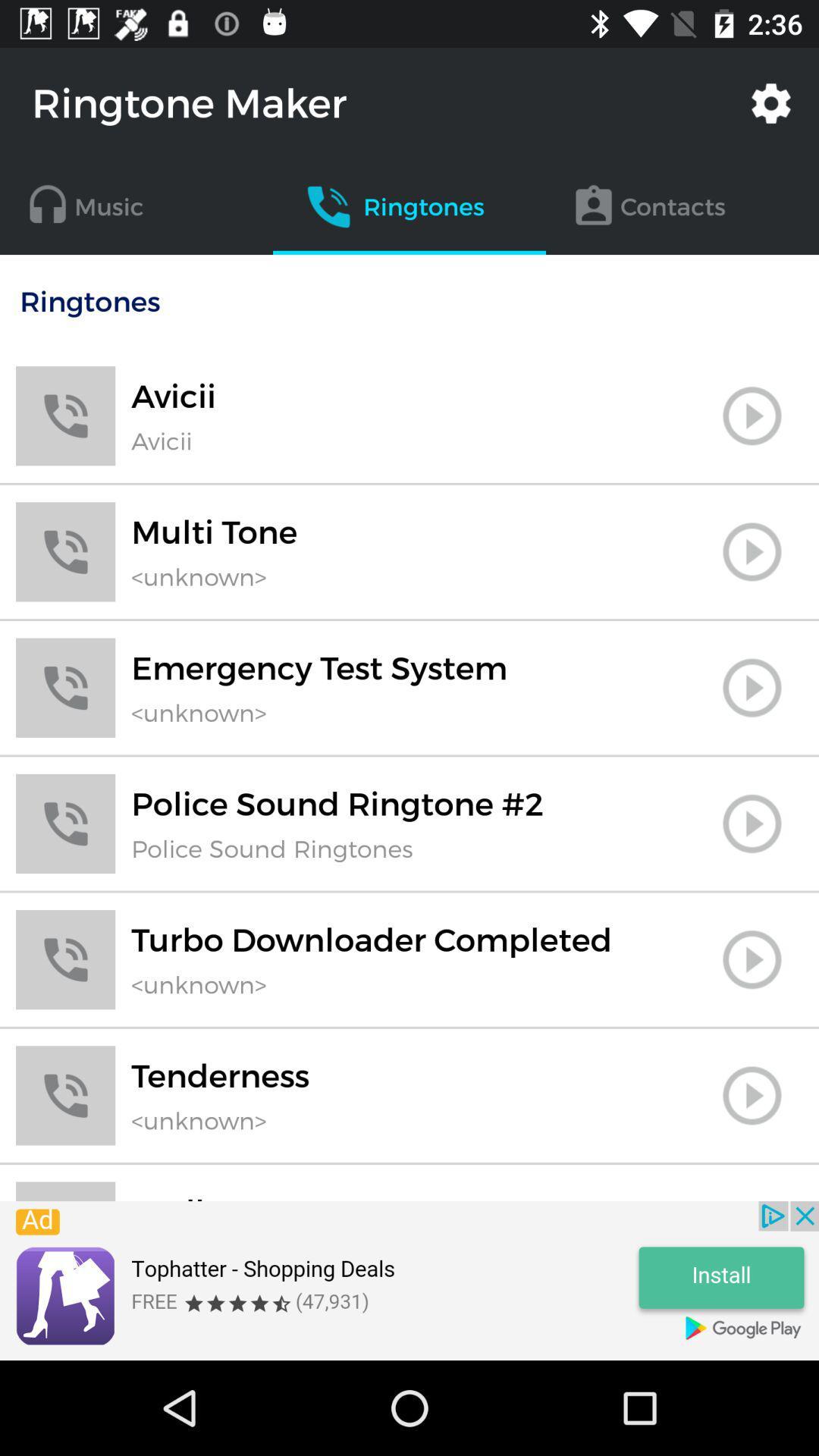 The height and width of the screenshot is (1456, 819). What do you see at coordinates (752, 687) in the screenshot?
I see `to play music` at bounding box center [752, 687].